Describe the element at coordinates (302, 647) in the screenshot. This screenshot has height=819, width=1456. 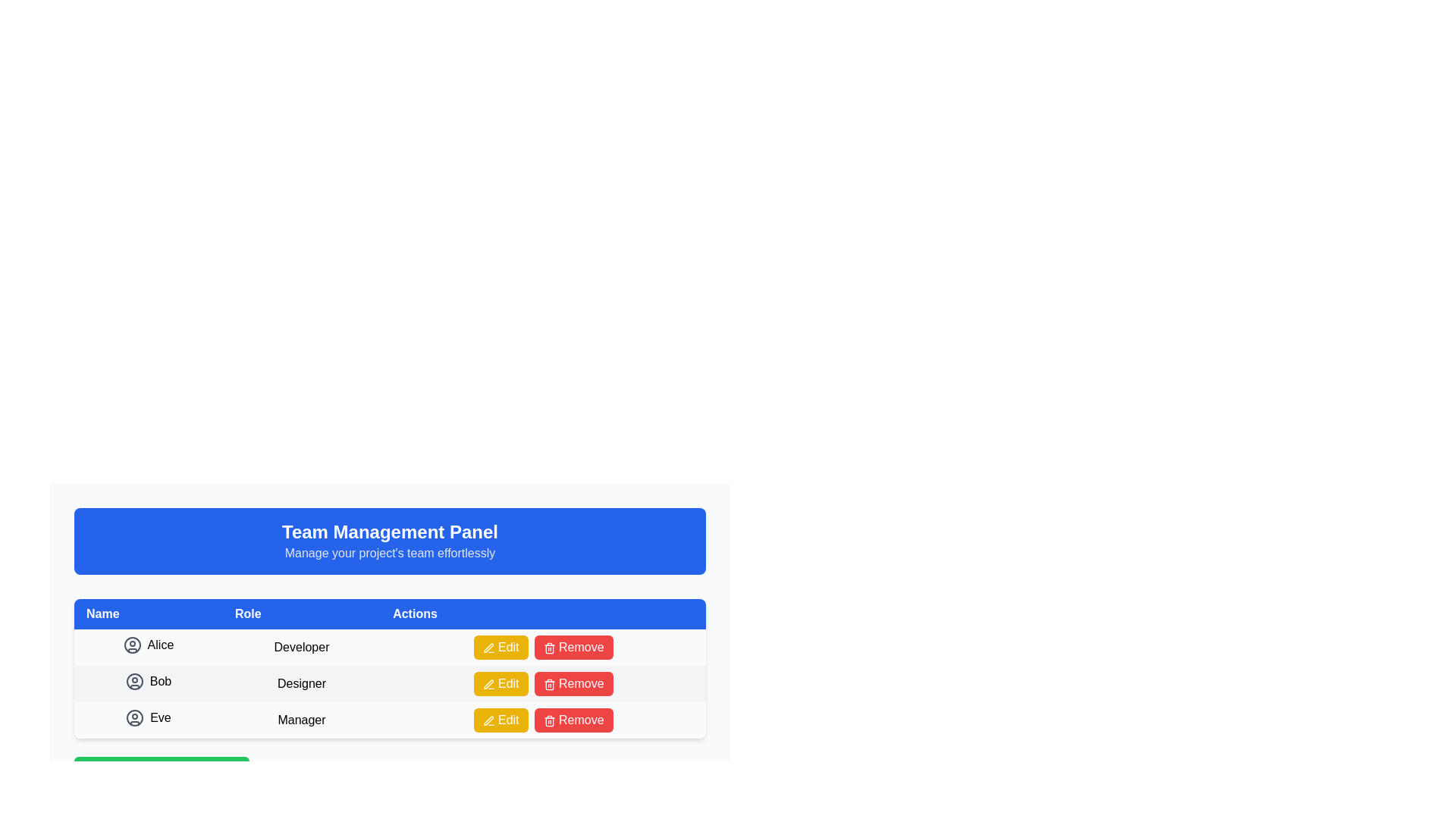
I see `the static text label displaying 'Developer' which is centrally aligned in the light gray background under the 'Role' column for user 'Alice'` at that location.